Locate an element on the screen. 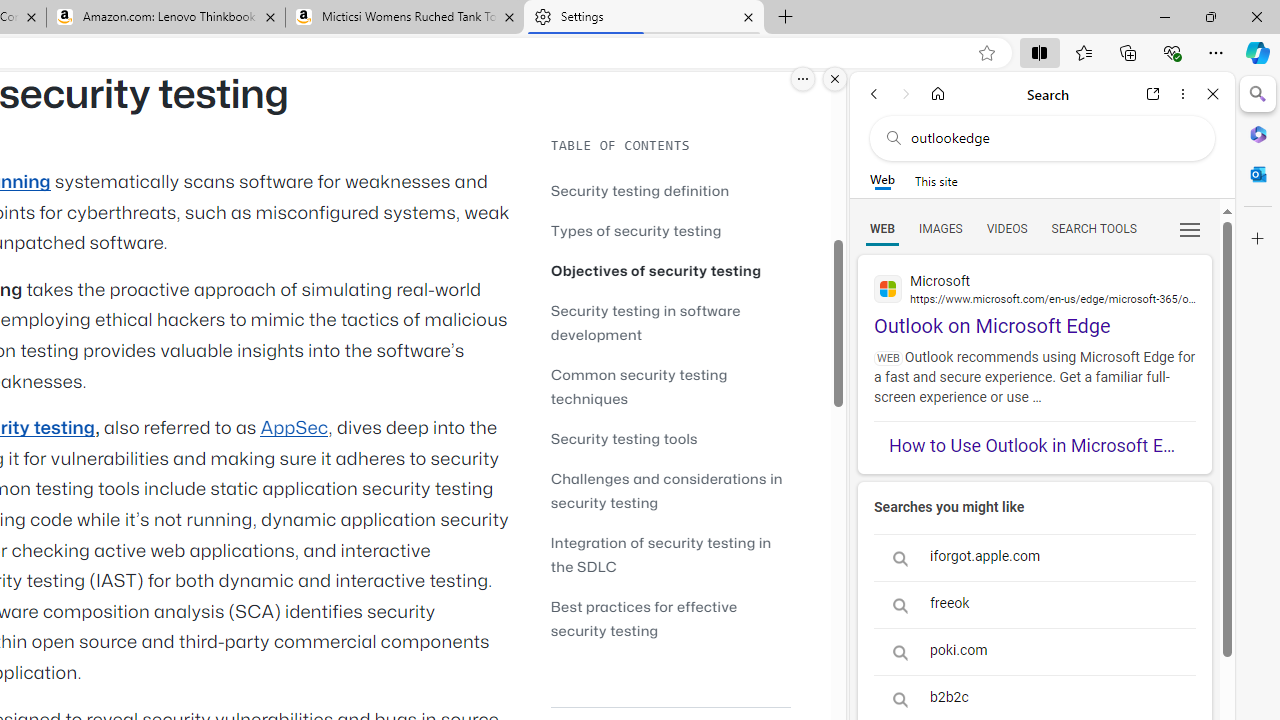 The height and width of the screenshot is (720, 1280). 'Close split screen.' is located at coordinates (835, 78).